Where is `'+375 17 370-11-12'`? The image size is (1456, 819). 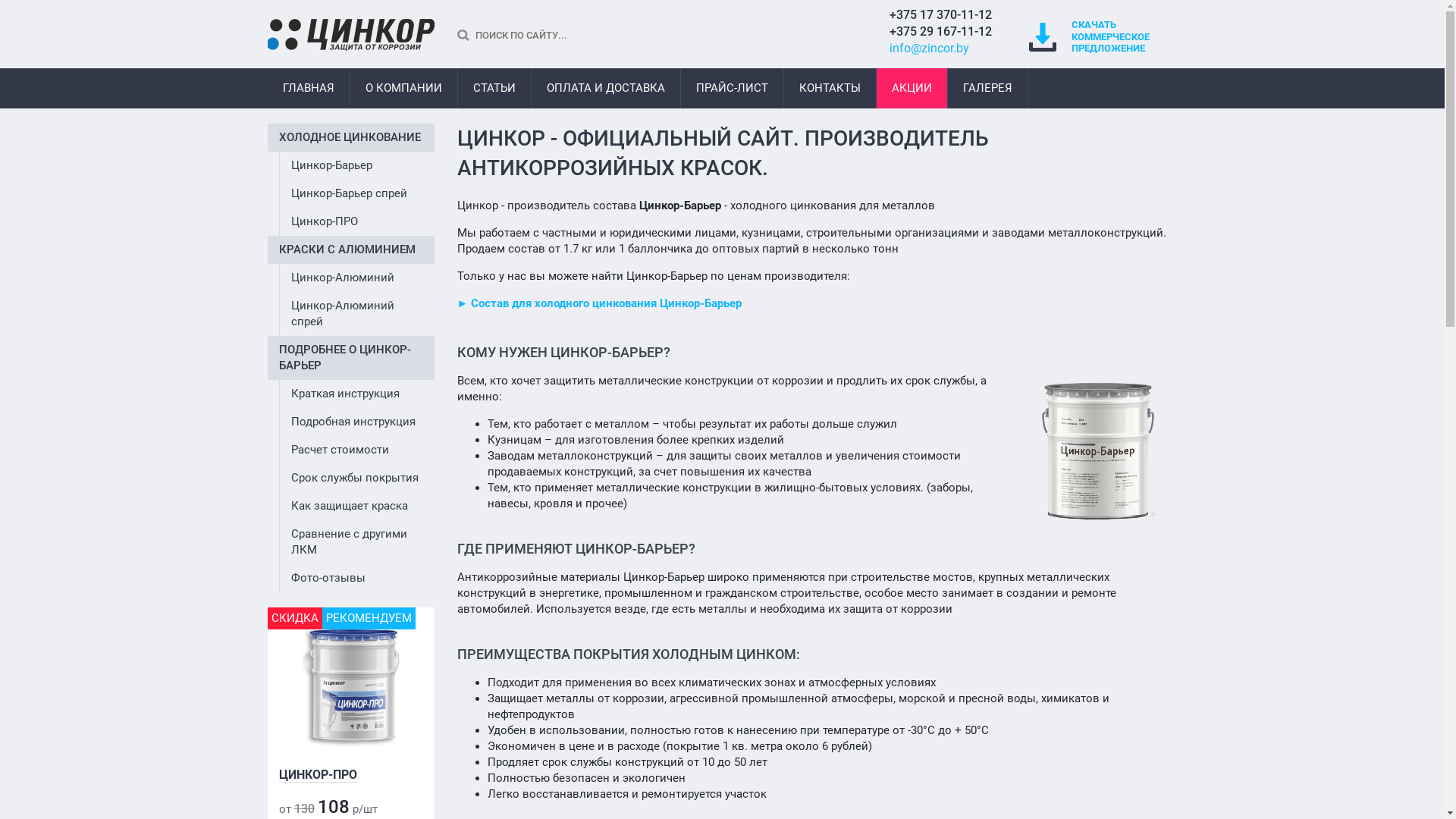
'+375 17 370-11-12' is located at coordinates (939, 14).